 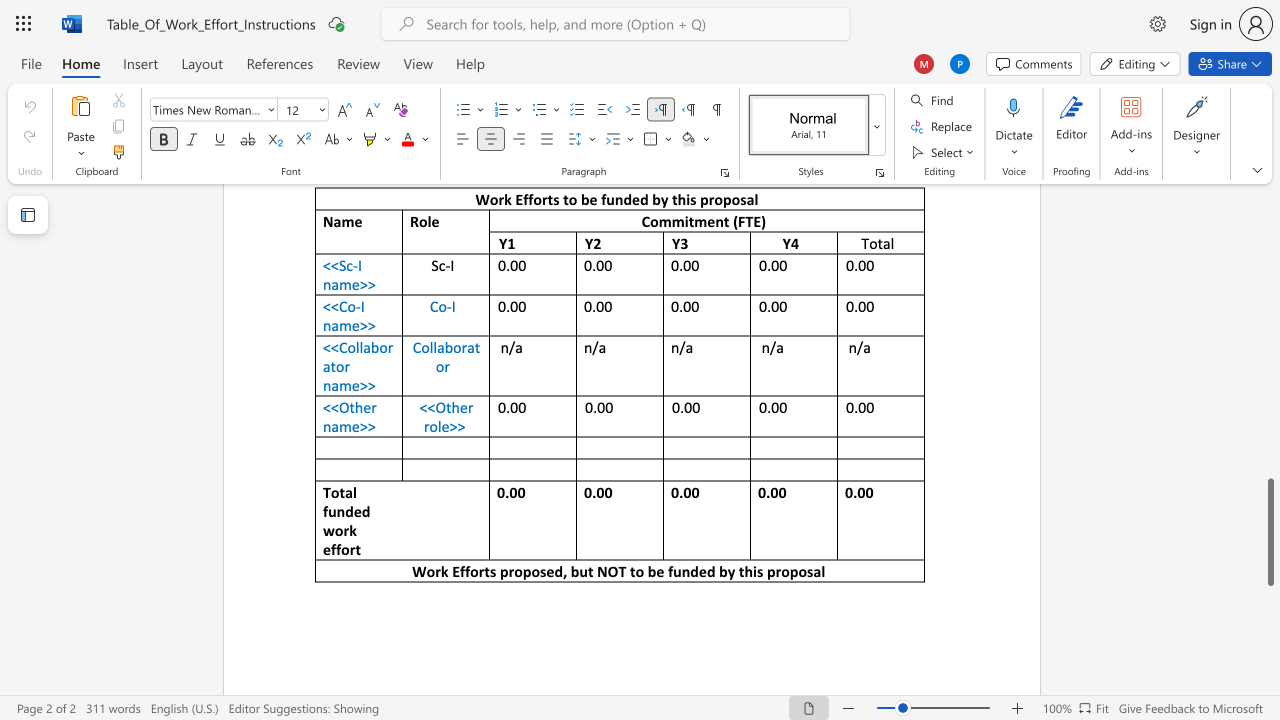 I want to click on the scrollbar to scroll the page up, so click(x=1269, y=220).